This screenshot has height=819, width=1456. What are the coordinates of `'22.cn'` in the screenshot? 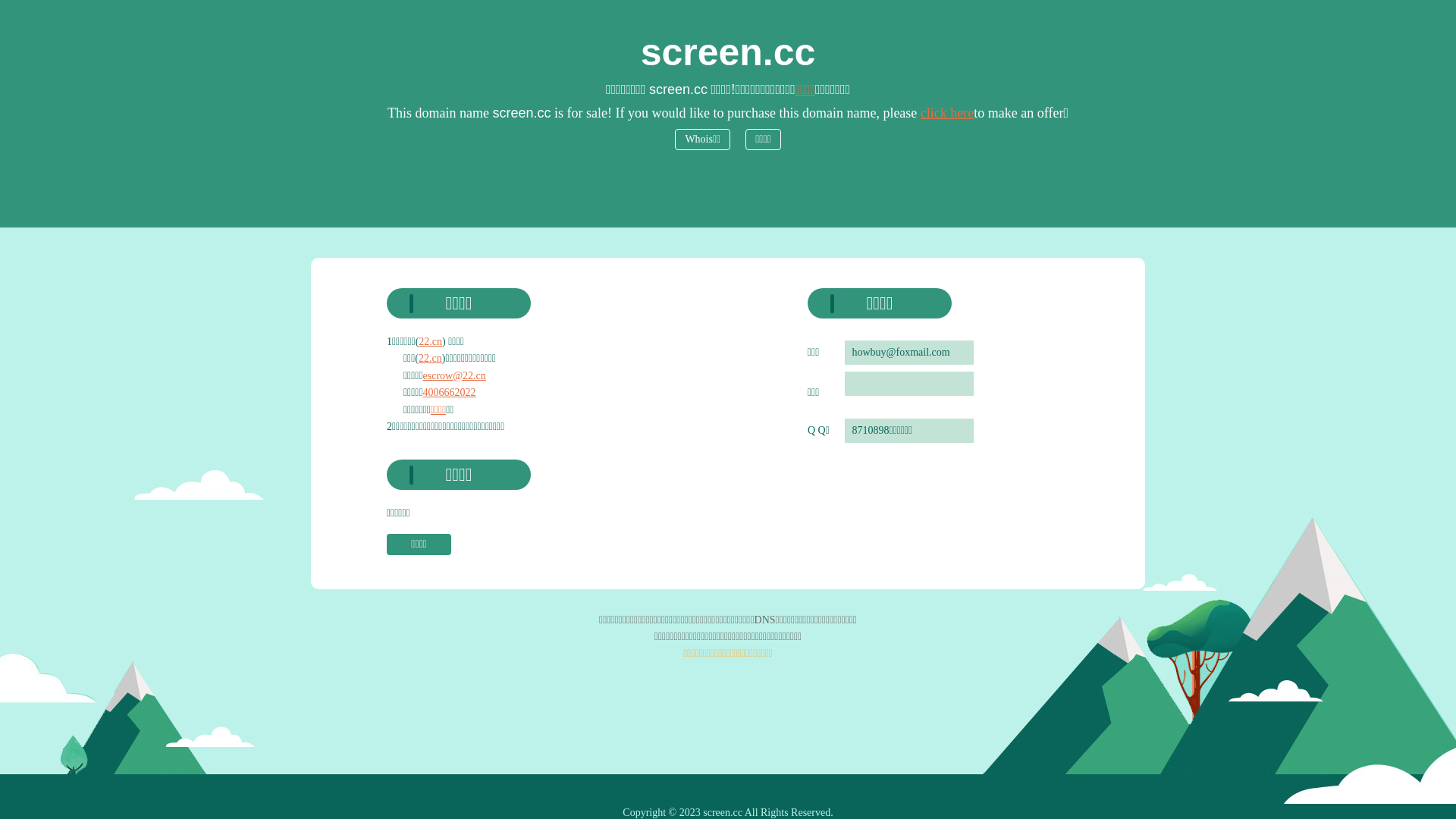 It's located at (429, 341).